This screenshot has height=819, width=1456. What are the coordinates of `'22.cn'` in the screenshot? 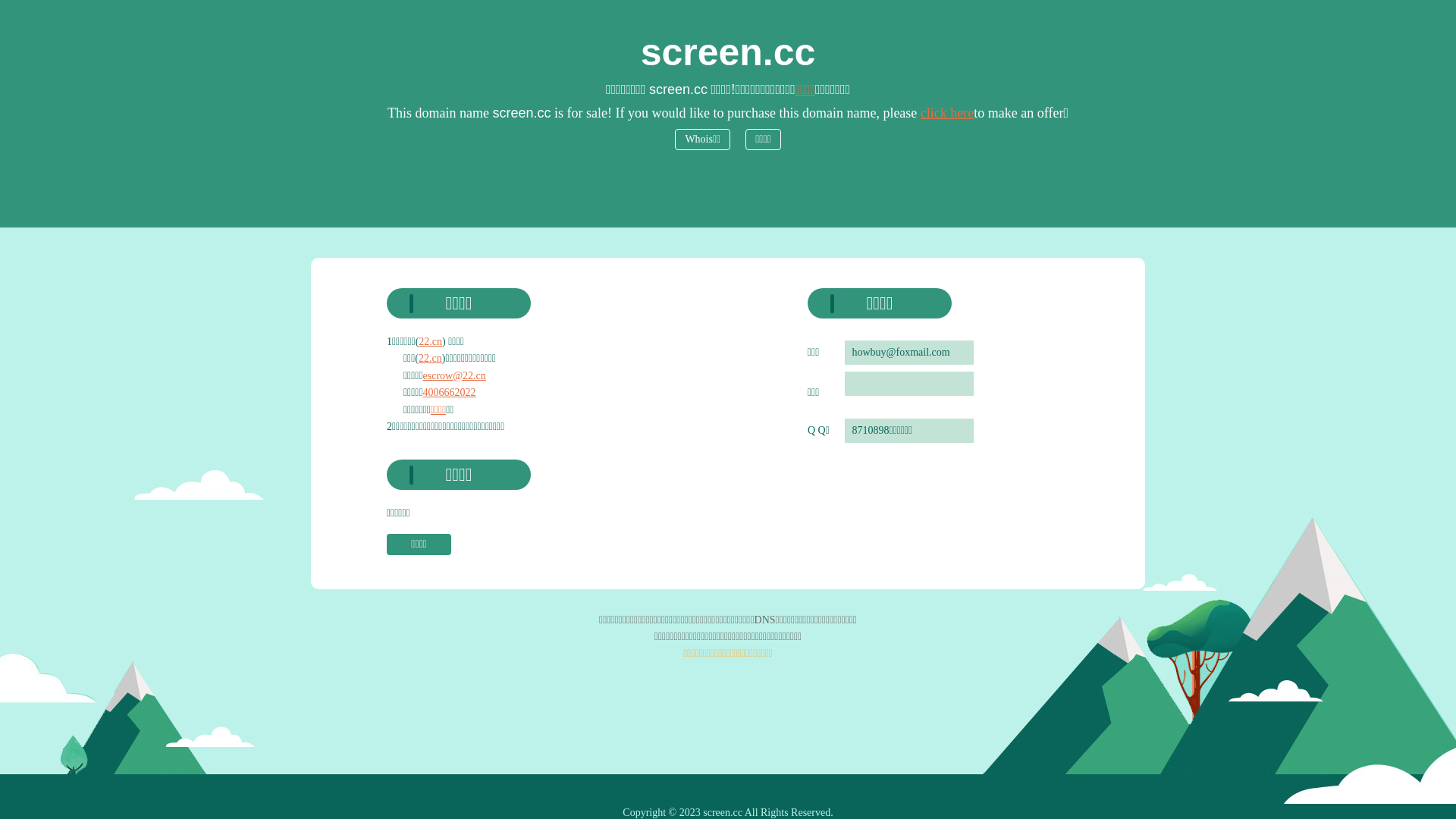 It's located at (429, 341).